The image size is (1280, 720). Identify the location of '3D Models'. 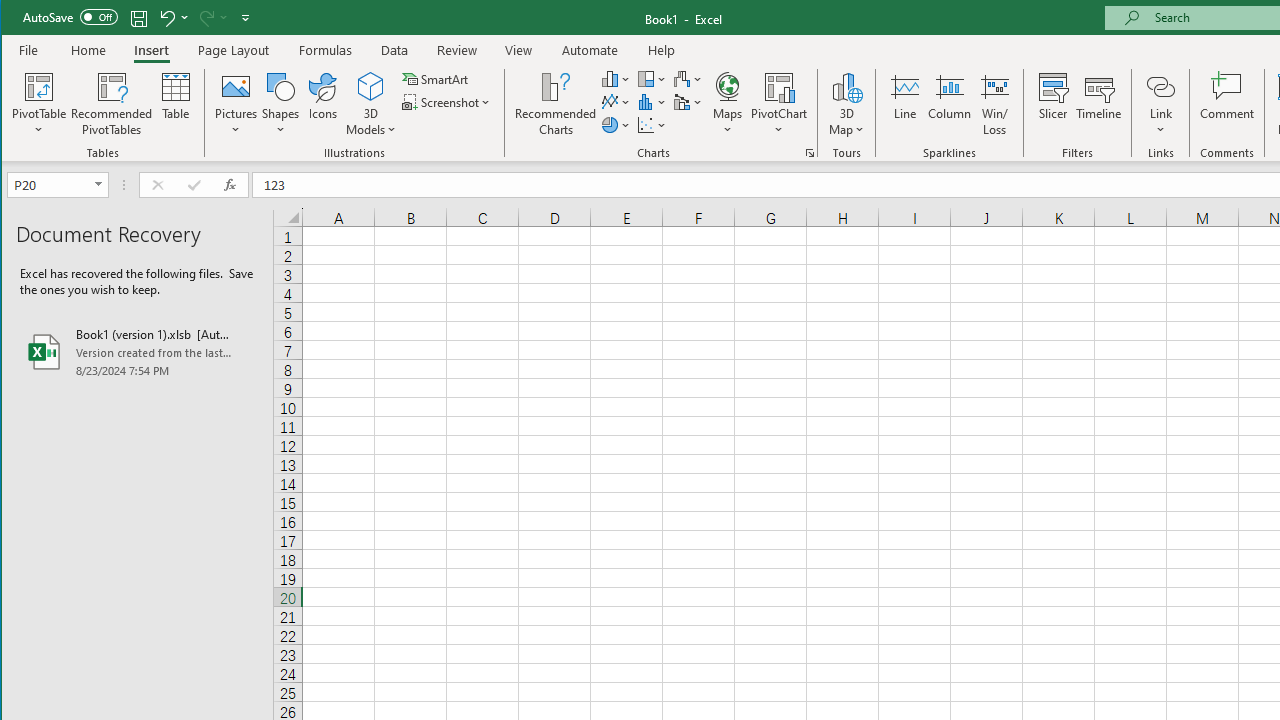
(371, 85).